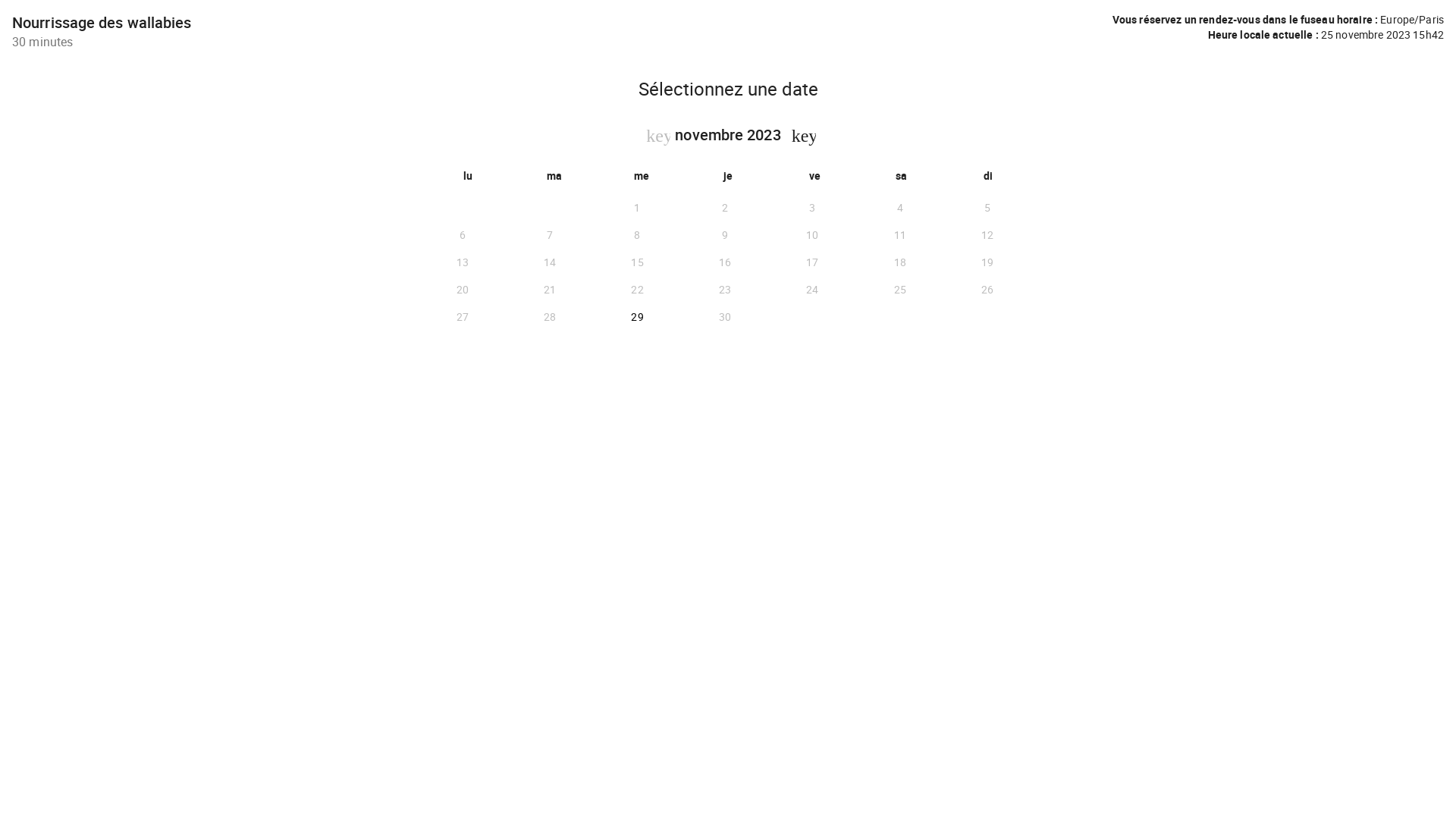  What do you see at coordinates (768, 289) in the screenshot?
I see `'24'` at bounding box center [768, 289].